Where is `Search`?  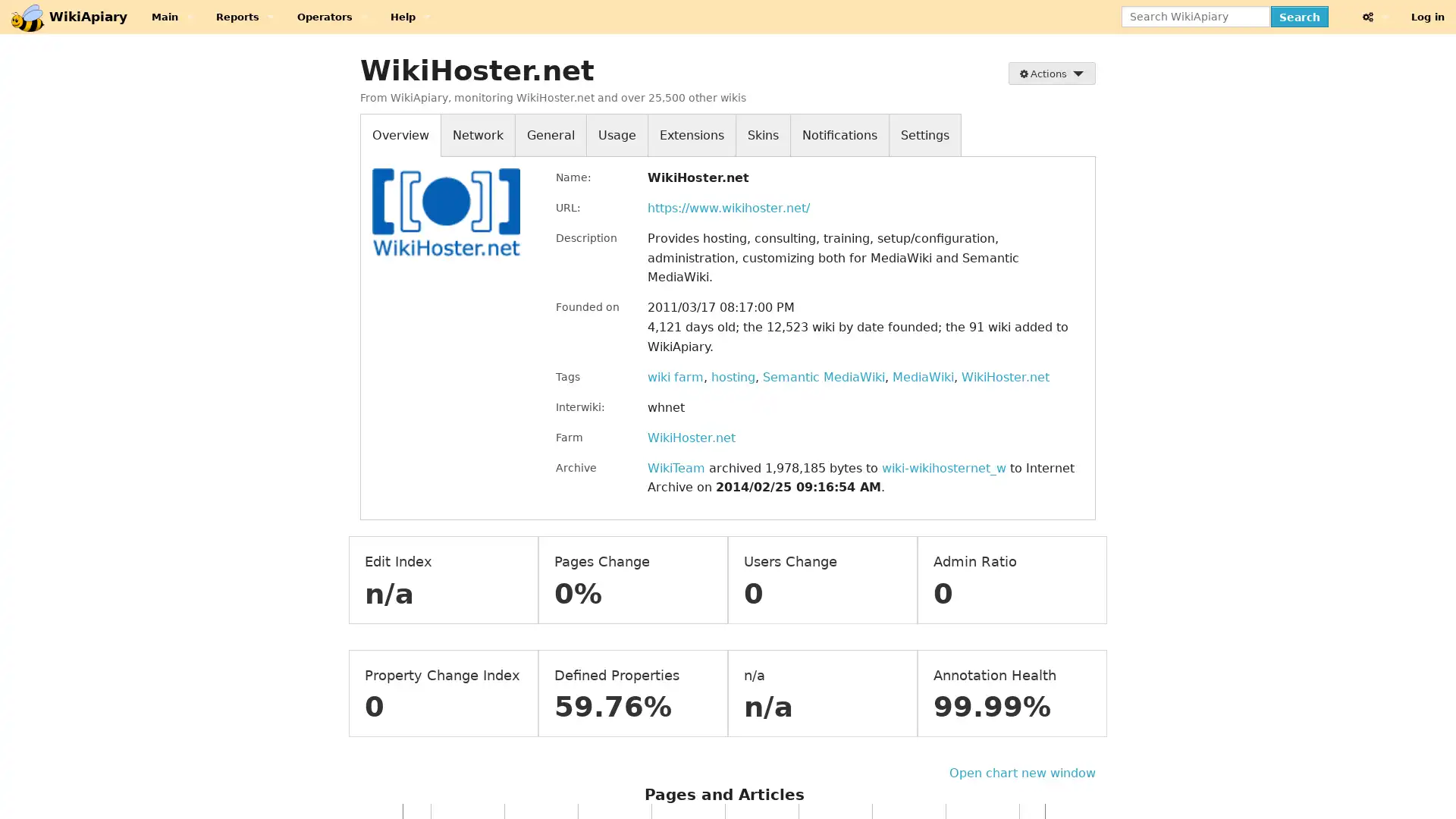
Search is located at coordinates (1298, 17).